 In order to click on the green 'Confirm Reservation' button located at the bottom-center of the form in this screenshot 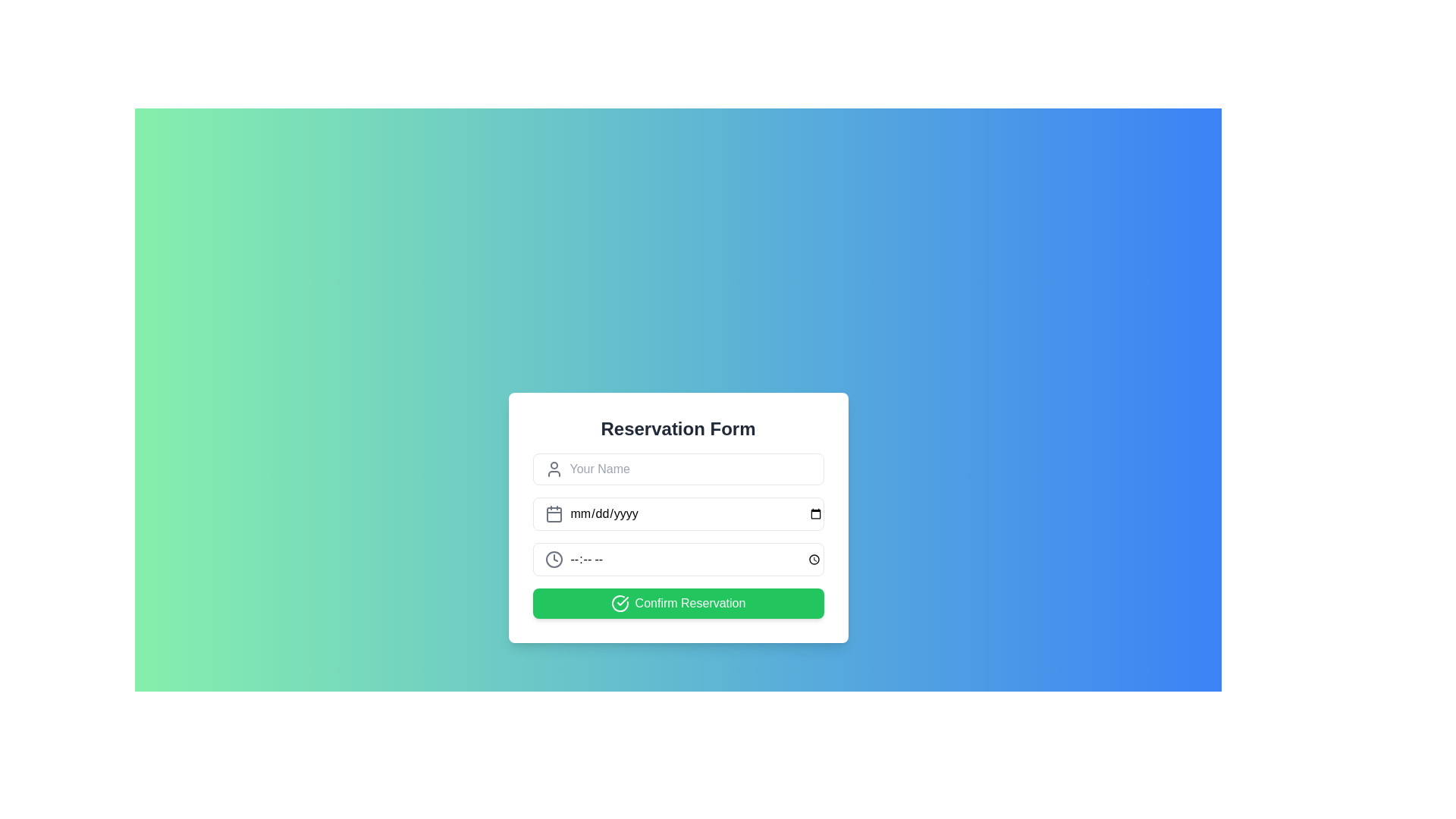, I will do `click(677, 602)`.